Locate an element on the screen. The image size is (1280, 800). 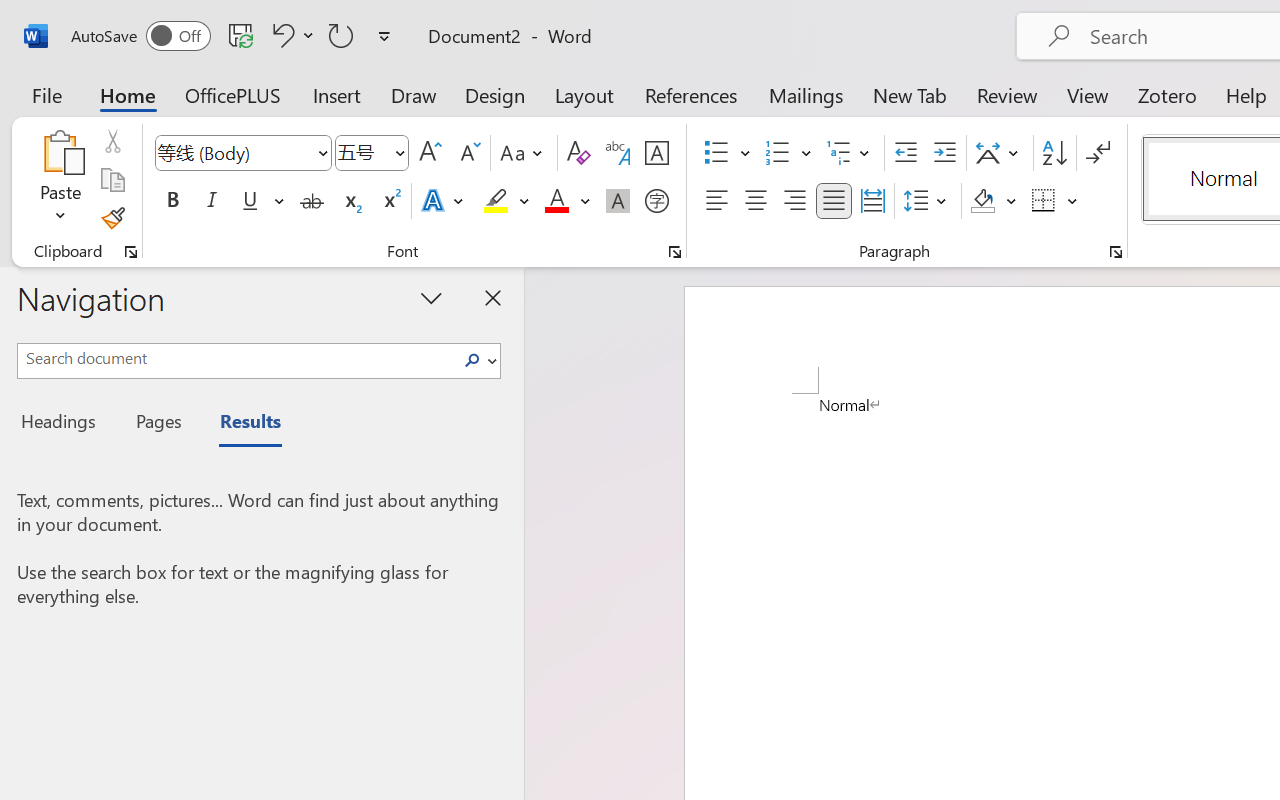
'Font Color Red' is located at coordinates (556, 201).